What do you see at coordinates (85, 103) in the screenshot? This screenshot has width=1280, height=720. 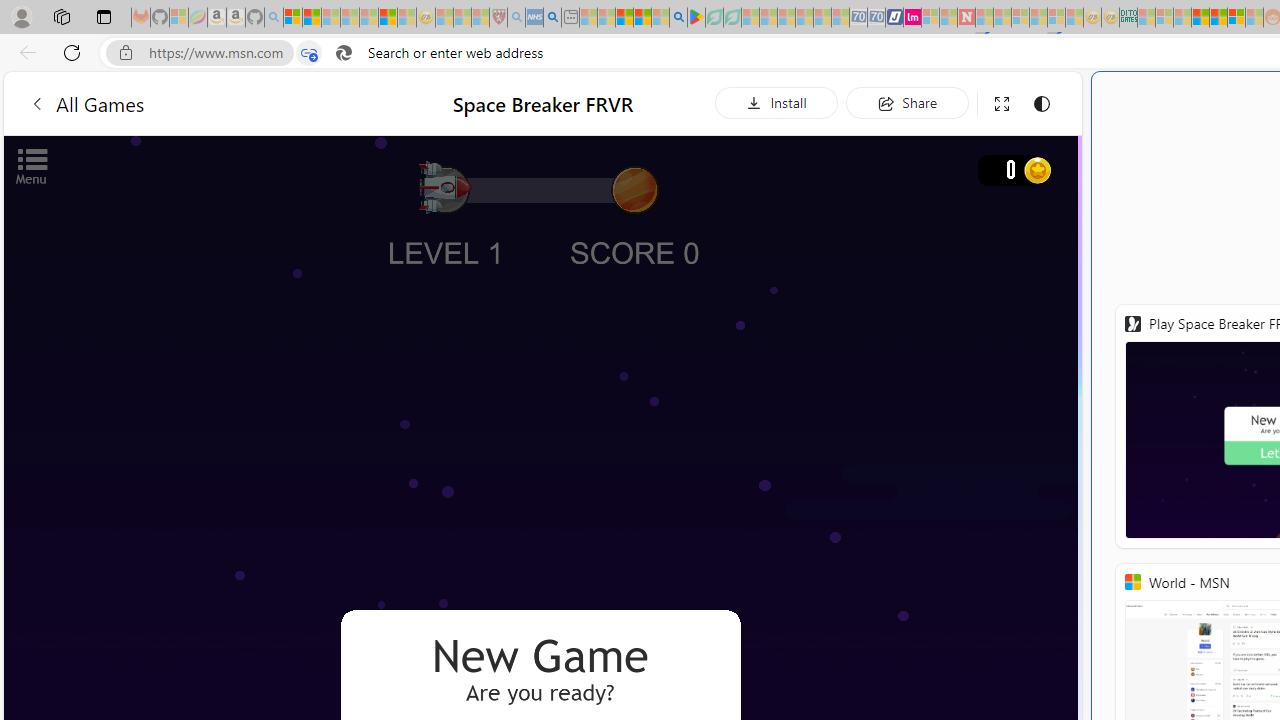 I see `'All Games'` at bounding box center [85, 103].